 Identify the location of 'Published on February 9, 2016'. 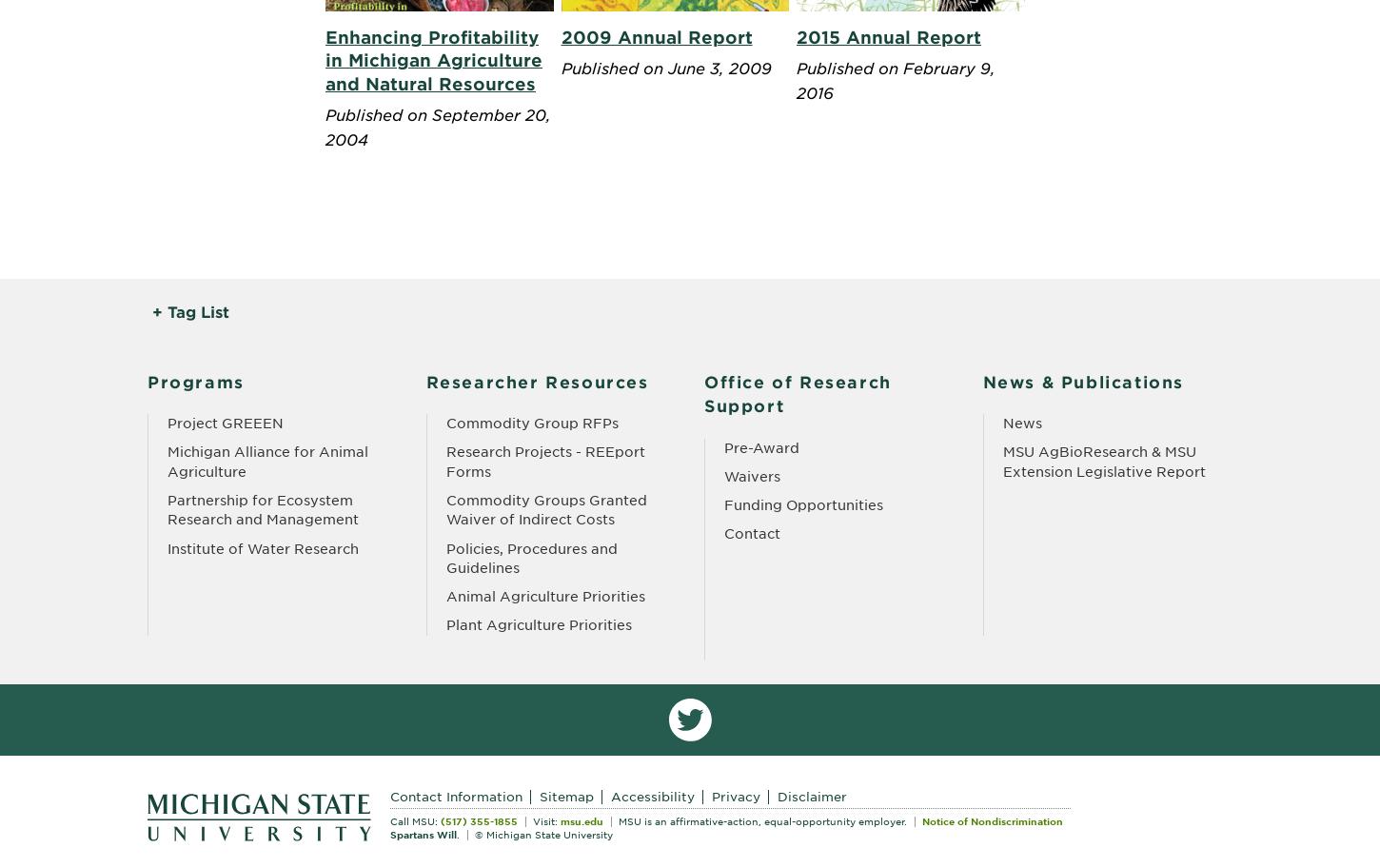
(895, 80).